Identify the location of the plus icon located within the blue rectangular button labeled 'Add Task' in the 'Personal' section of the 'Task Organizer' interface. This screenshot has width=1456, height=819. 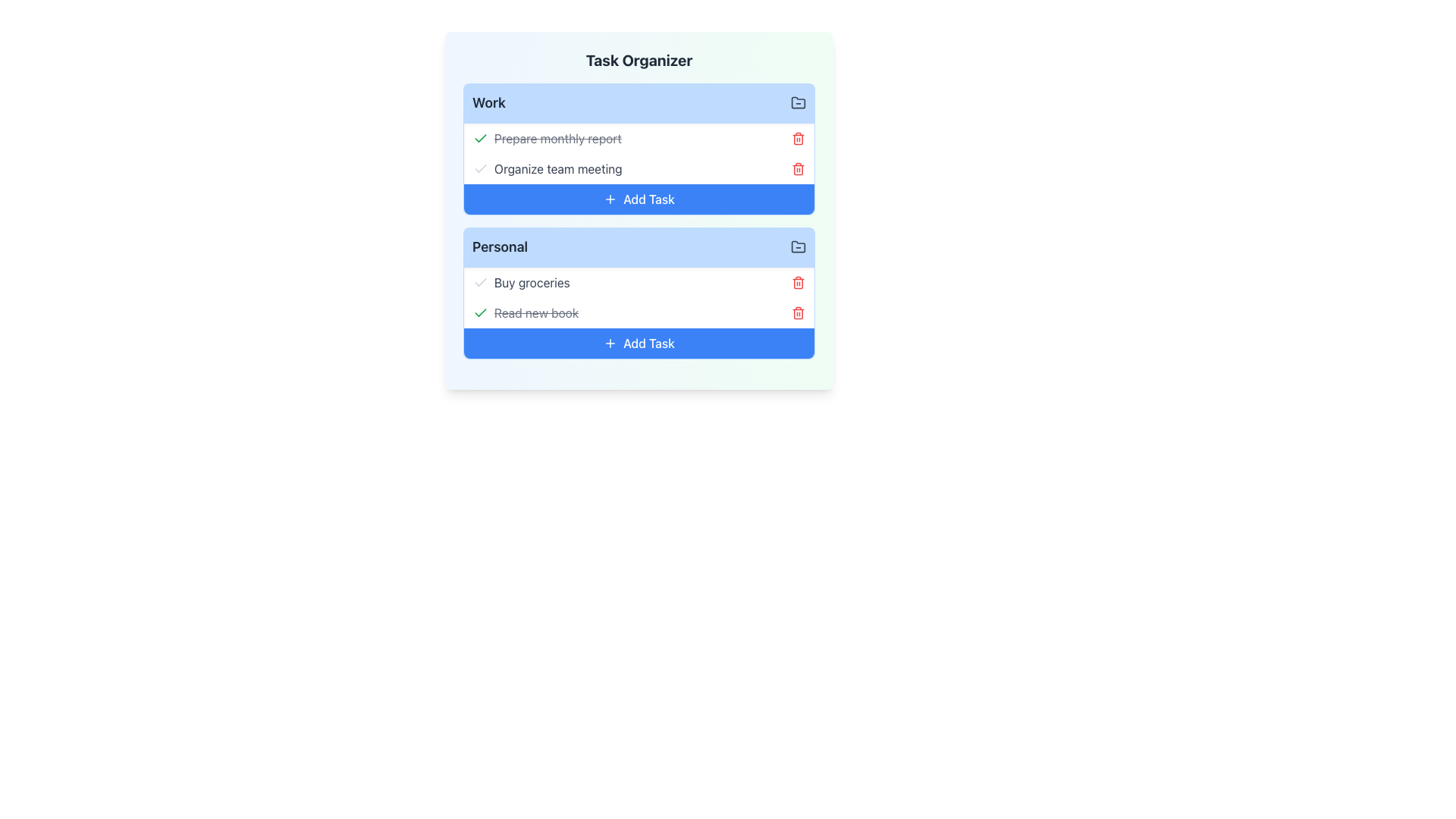
(610, 343).